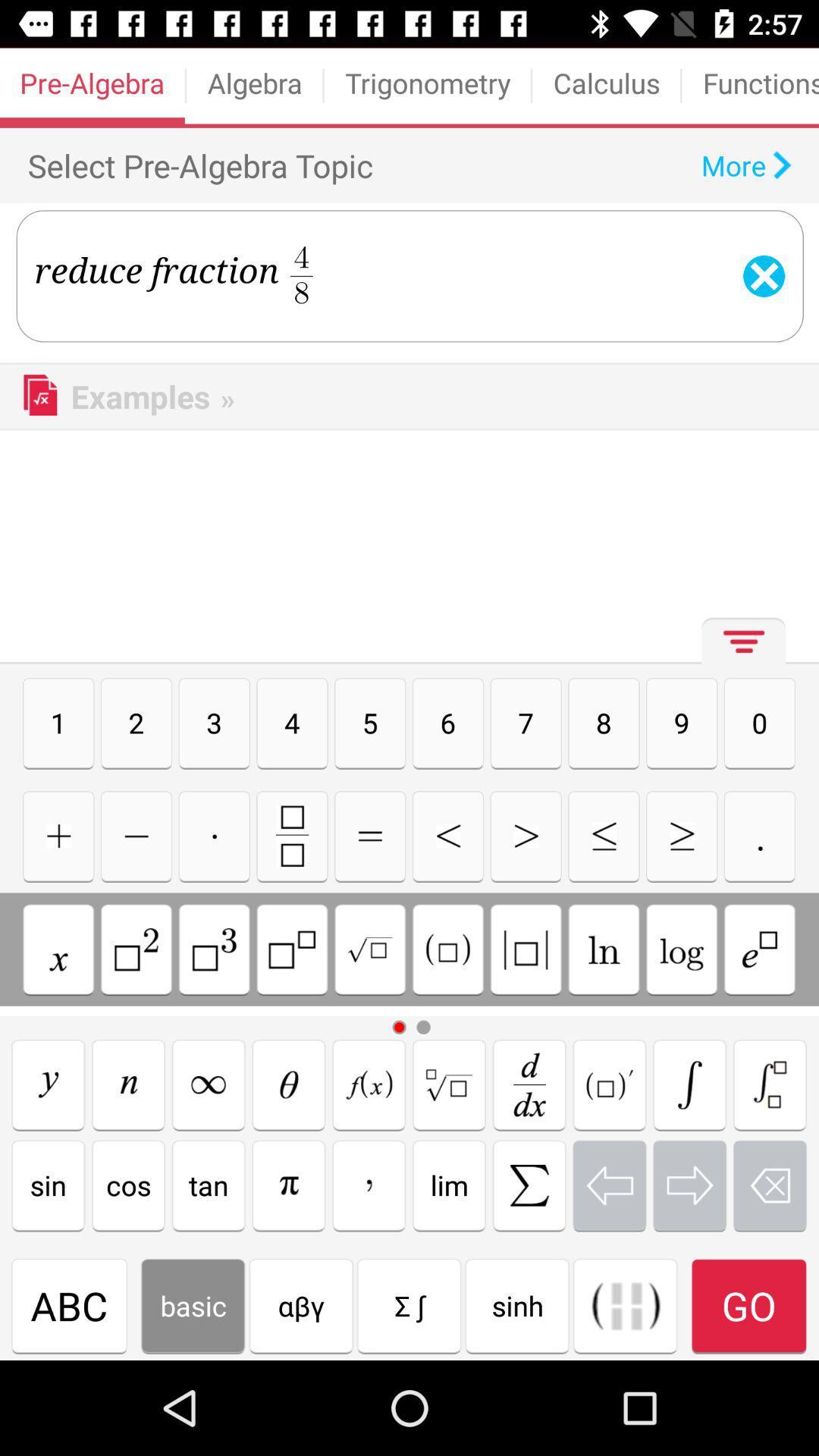 The image size is (819, 1456). Describe the element at coordinates (525, 835) in the screenshot. I see `less or more than` at that location.